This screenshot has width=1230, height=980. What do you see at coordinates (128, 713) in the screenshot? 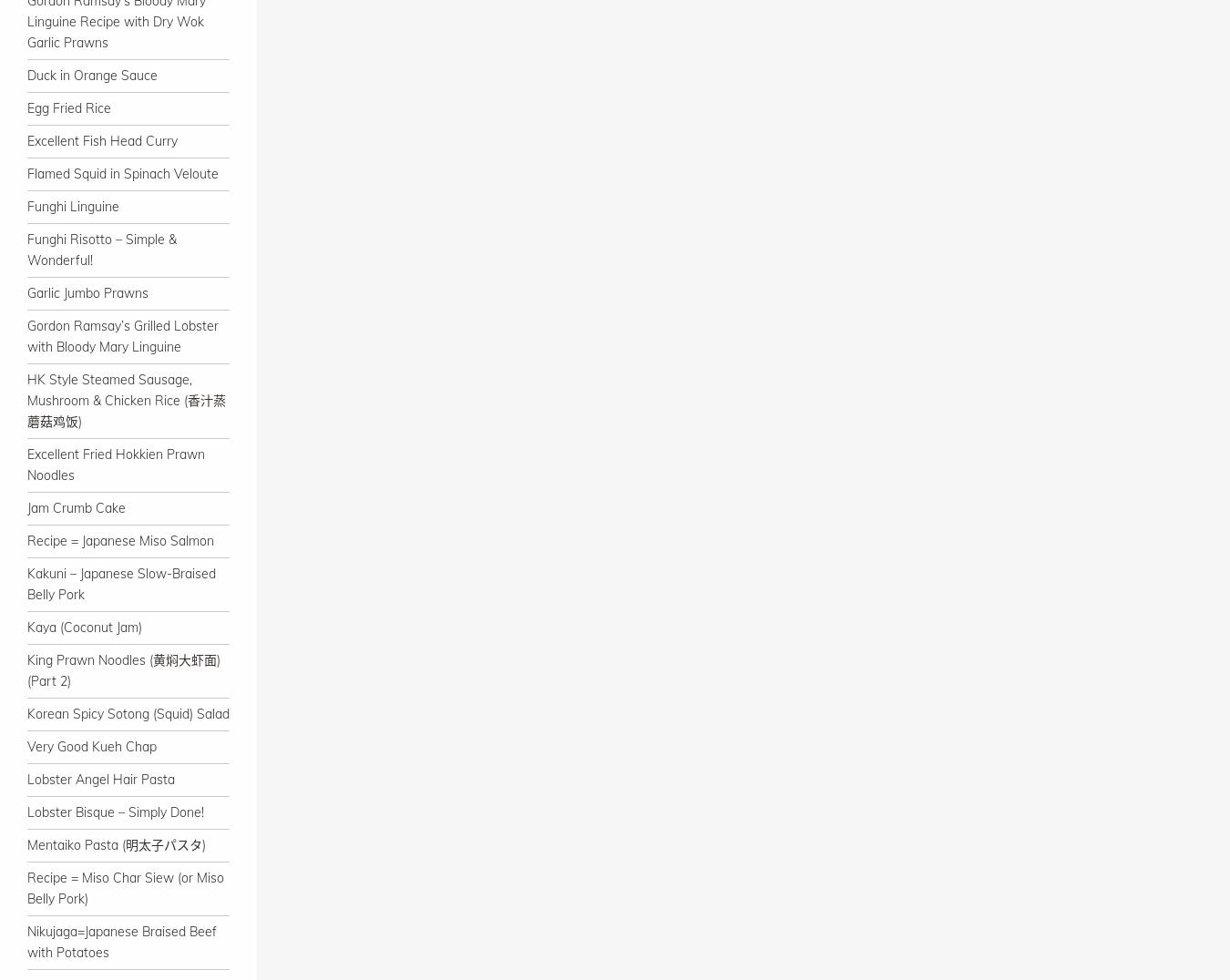
I see `'Korean Spicy Sotong (Squid) Salad'` at bounding box center [128, 713].